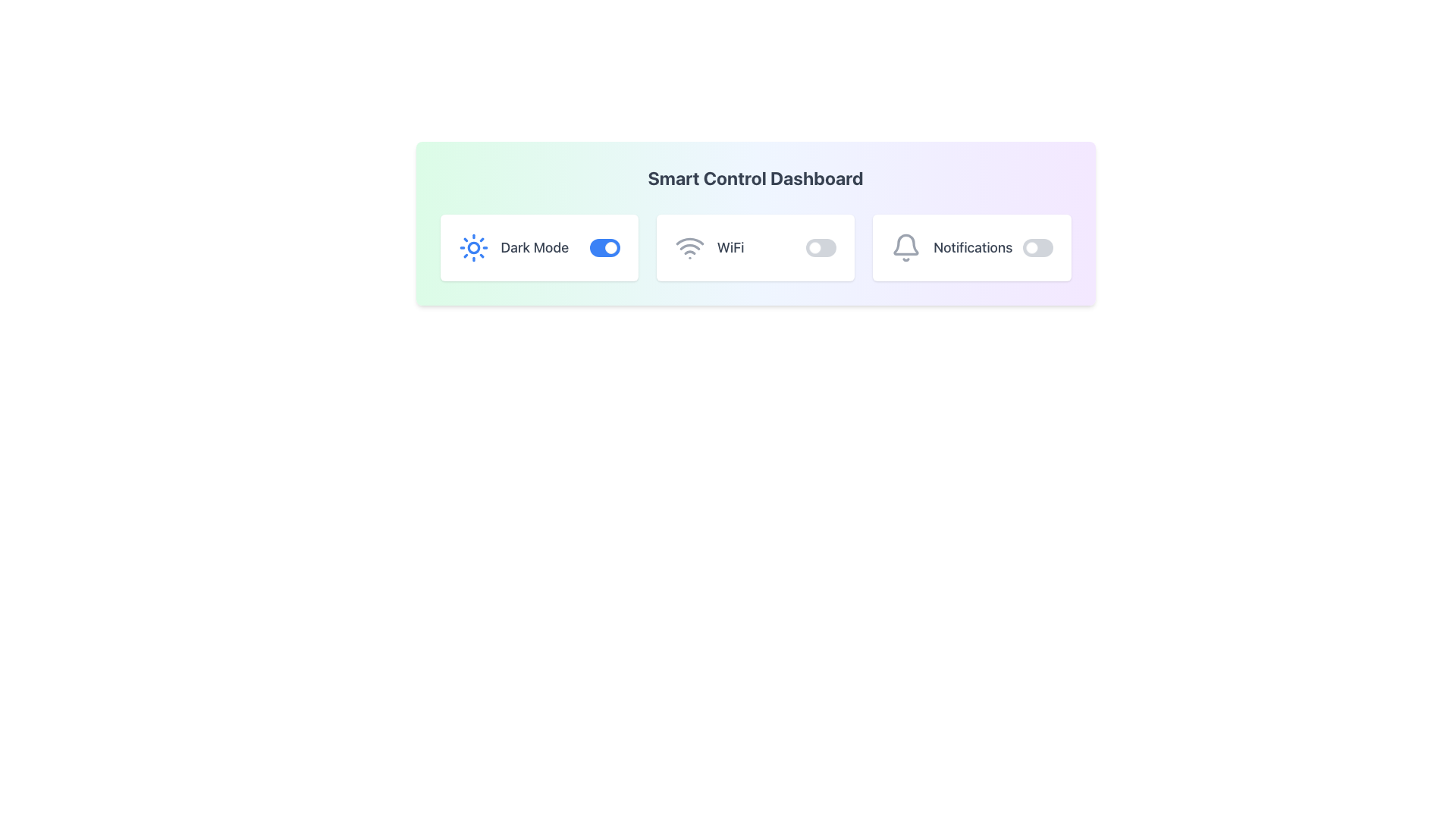 This screenshot has width=1456, height=819. Describe the element at coordinates (755, 177) in the screenshot. I see `text label displaying 'Smart Control Dashboard' which is styled with a bold font and is positioned at the top-center of the gradient-colored panel` at that location.